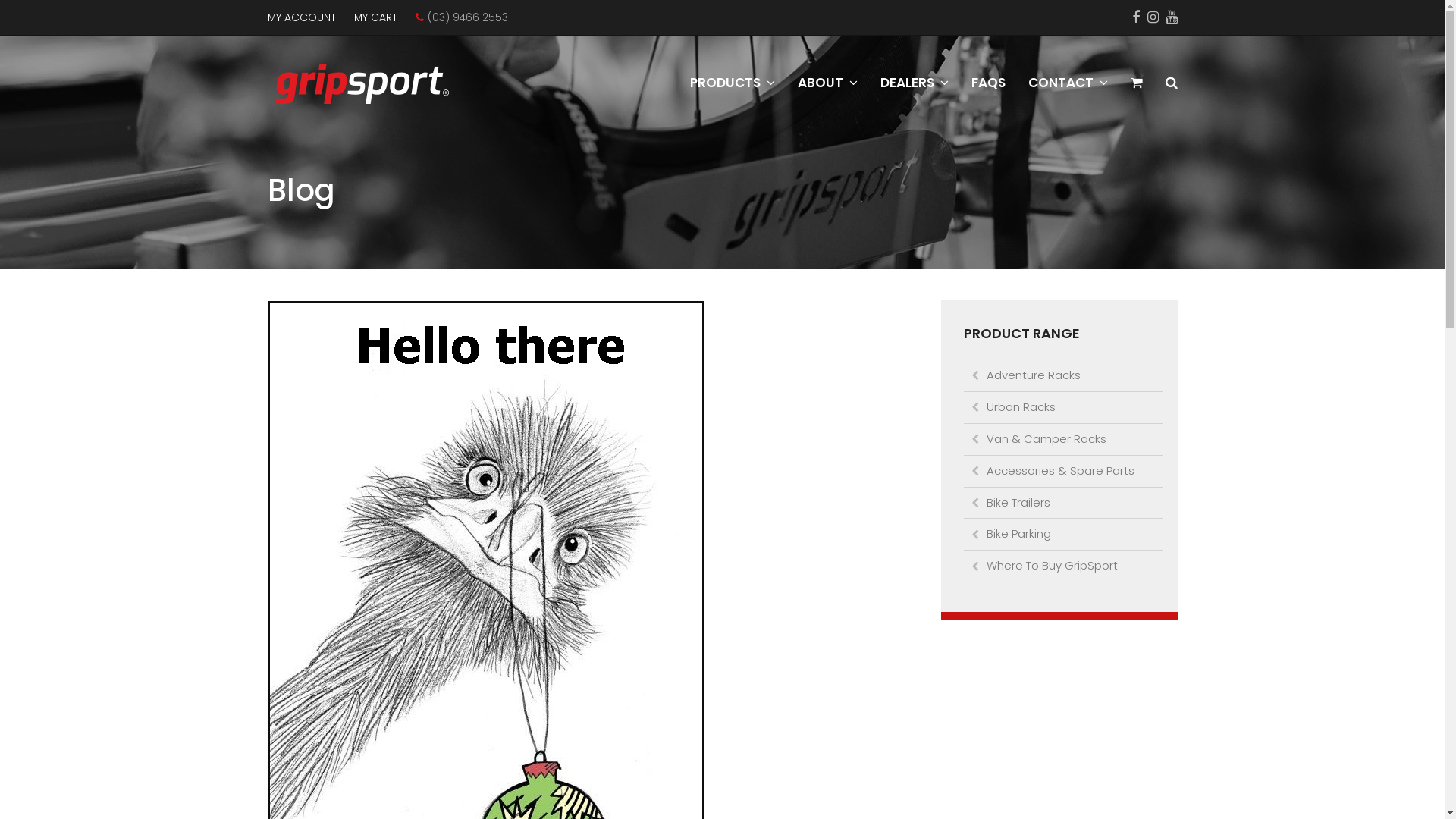  I want to click on 'FAQS', so click(988, 83).